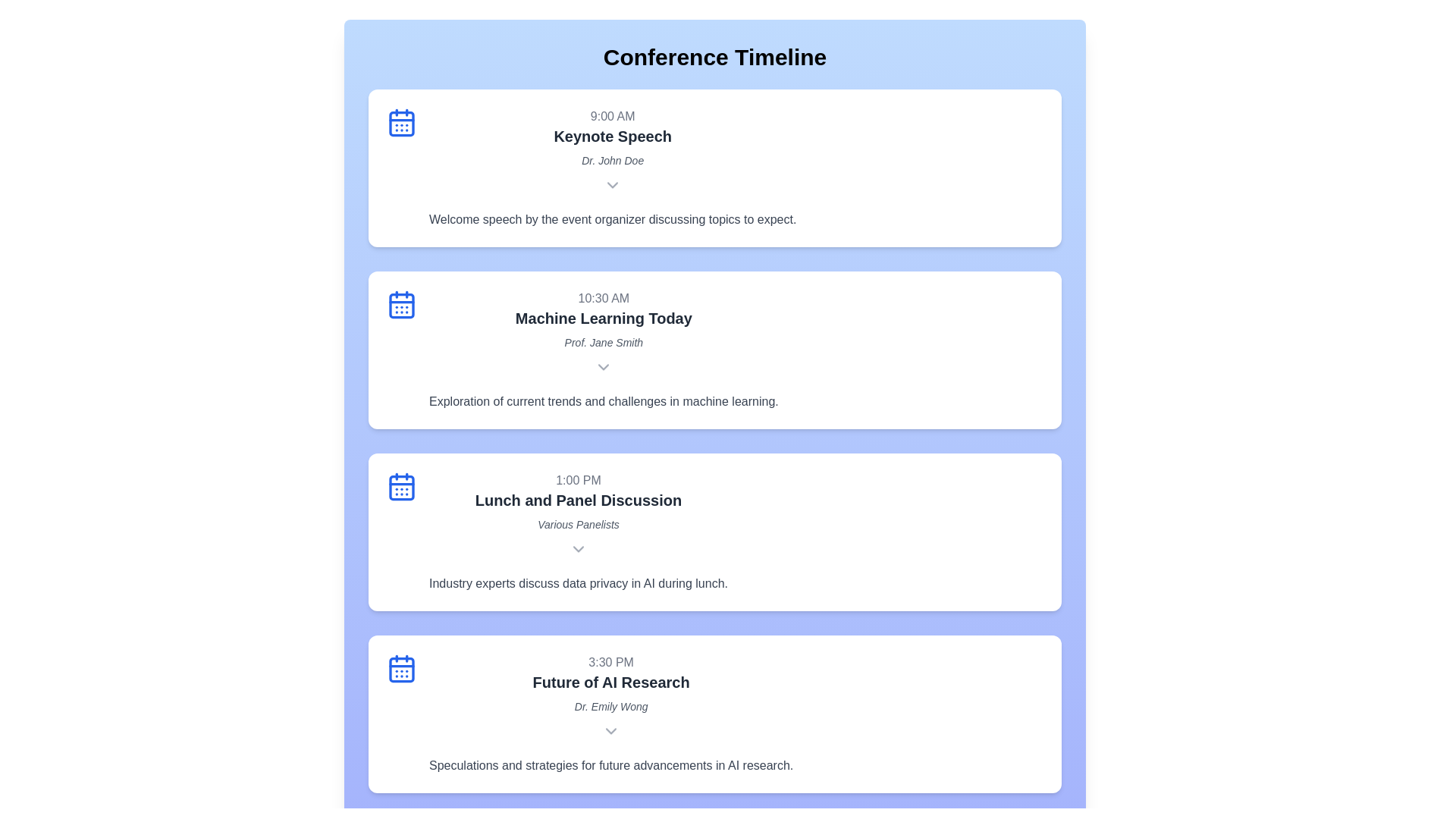 This screenshot has width=1456, height=819. What do you see at coordinates (401, 305) in the screenshot?
I see `the graphical icon component of the calendar located to the left of the '10:30 AM Machine Learning Today' session card, which serves as a decorative marker within the calendar icon` at bounding box center [401, 305].